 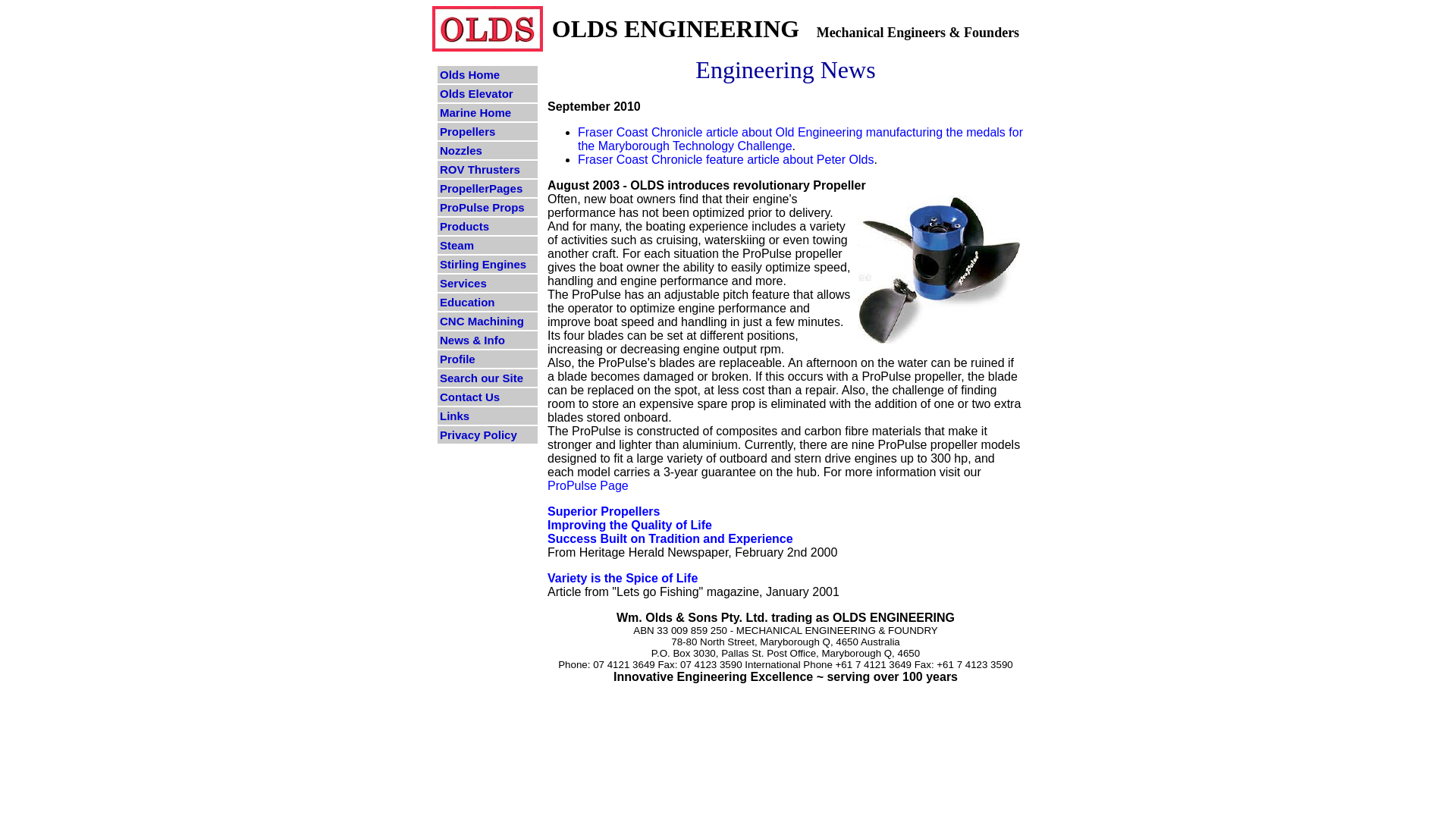 What do you see at coordinates (587, 485) in the screenshot?
I see `'ProPulse Page'` at bounding box center [587, 485].